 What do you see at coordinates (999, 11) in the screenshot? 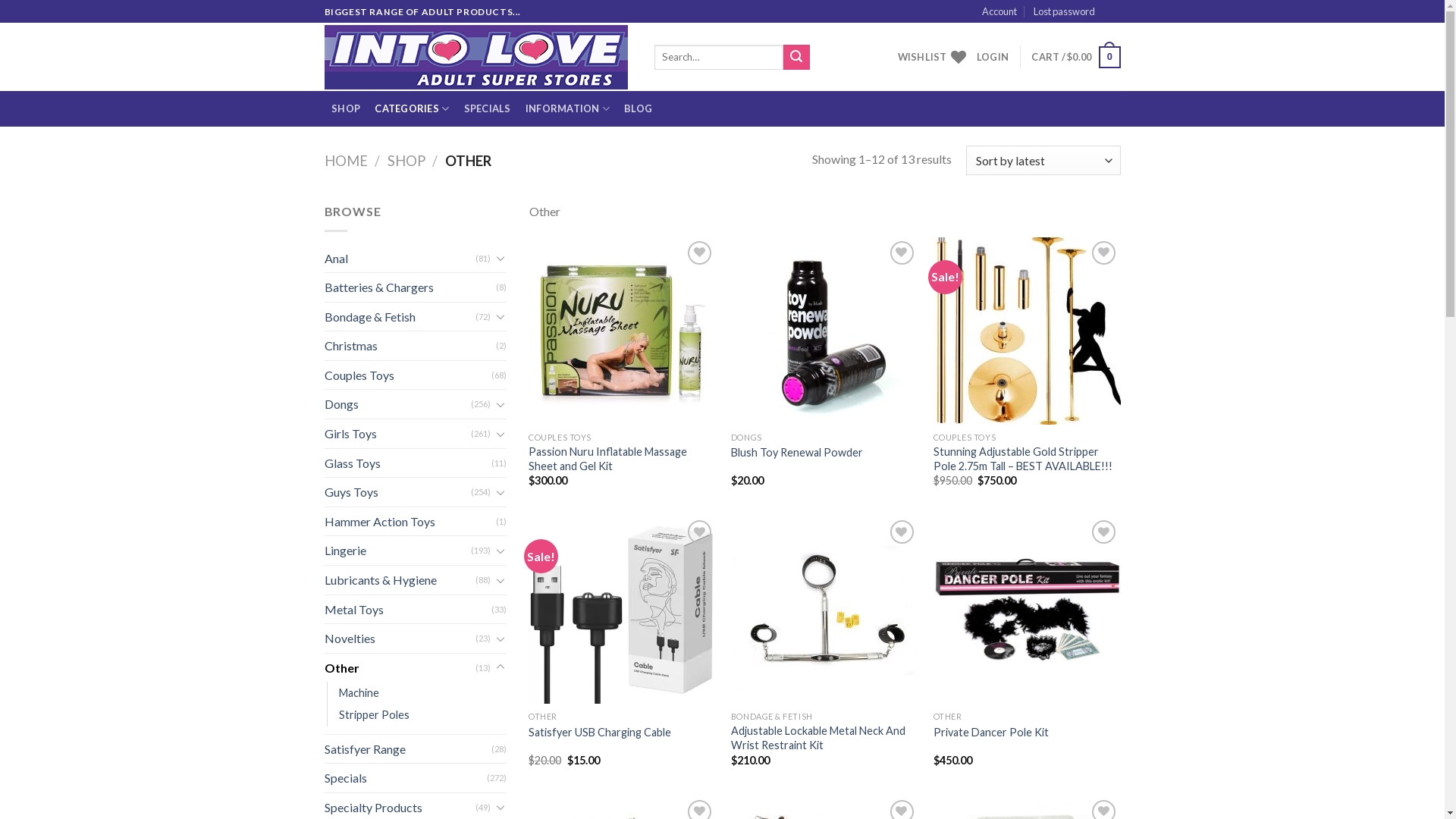
I see `'Account'` at bounding box center [999, 11].